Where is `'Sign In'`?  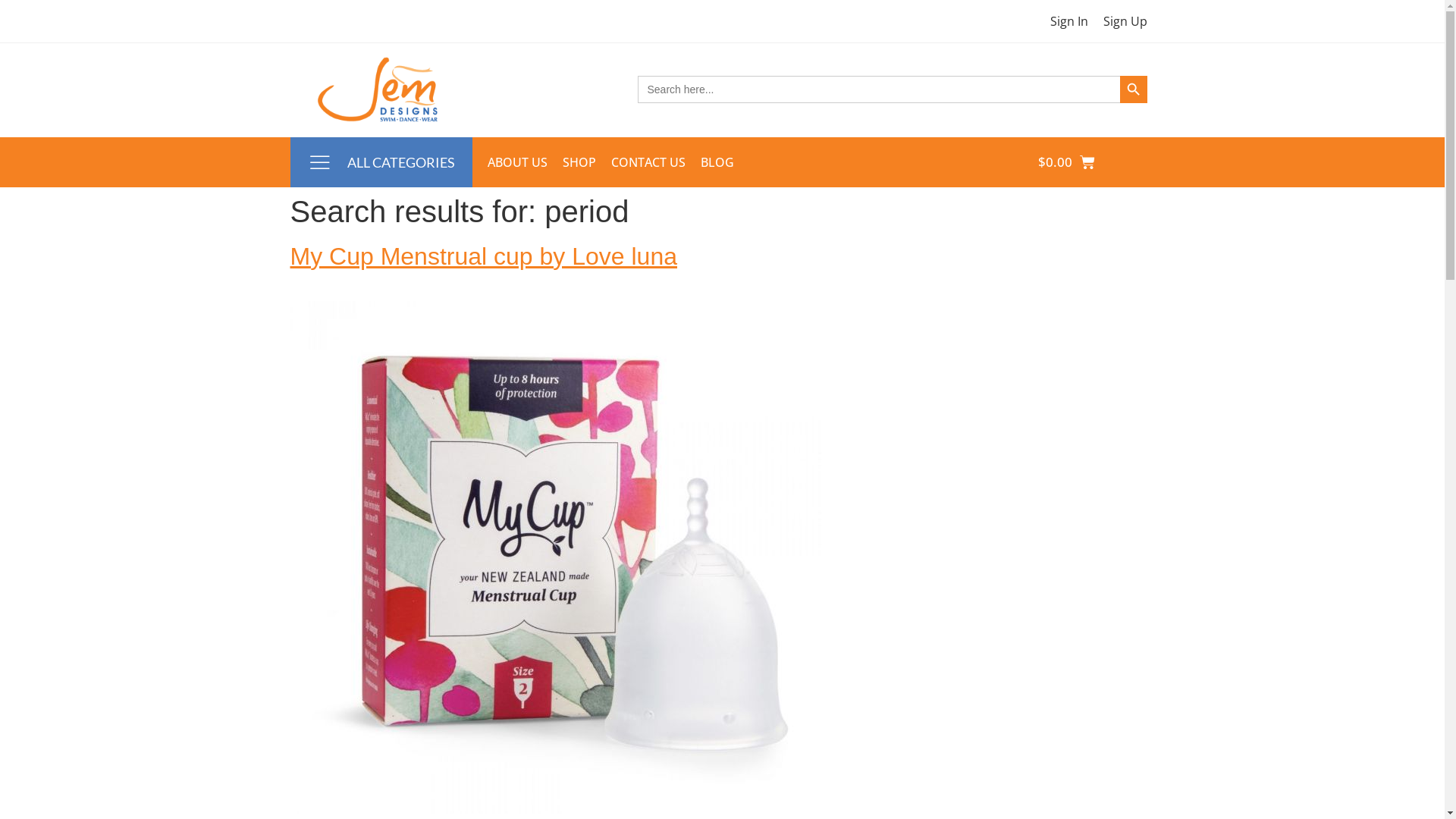
'Sign In' is located at coordinates (1068, 20).